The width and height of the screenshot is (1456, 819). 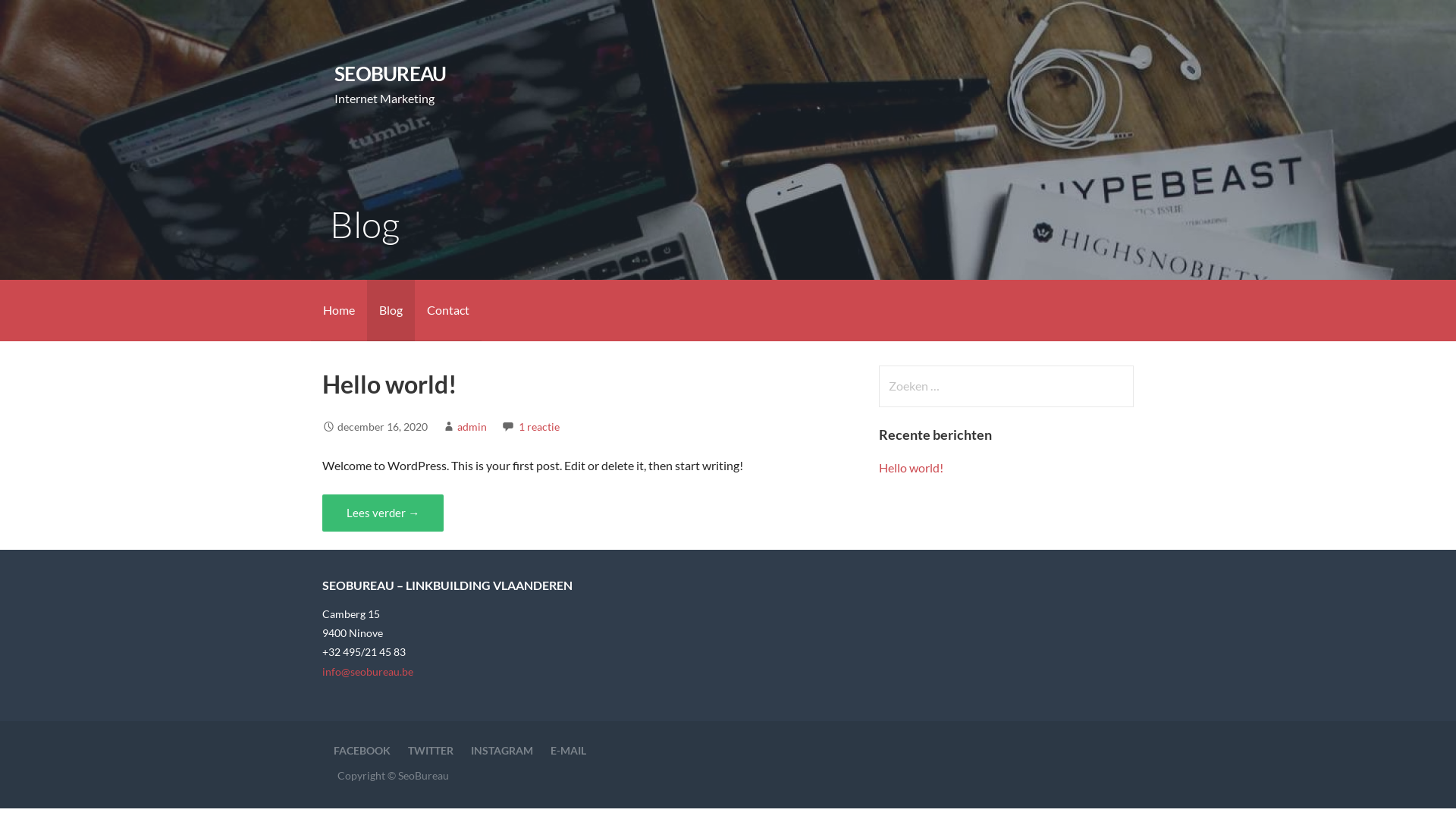 I want to click on 'Contact', so click(x=415, y=309).